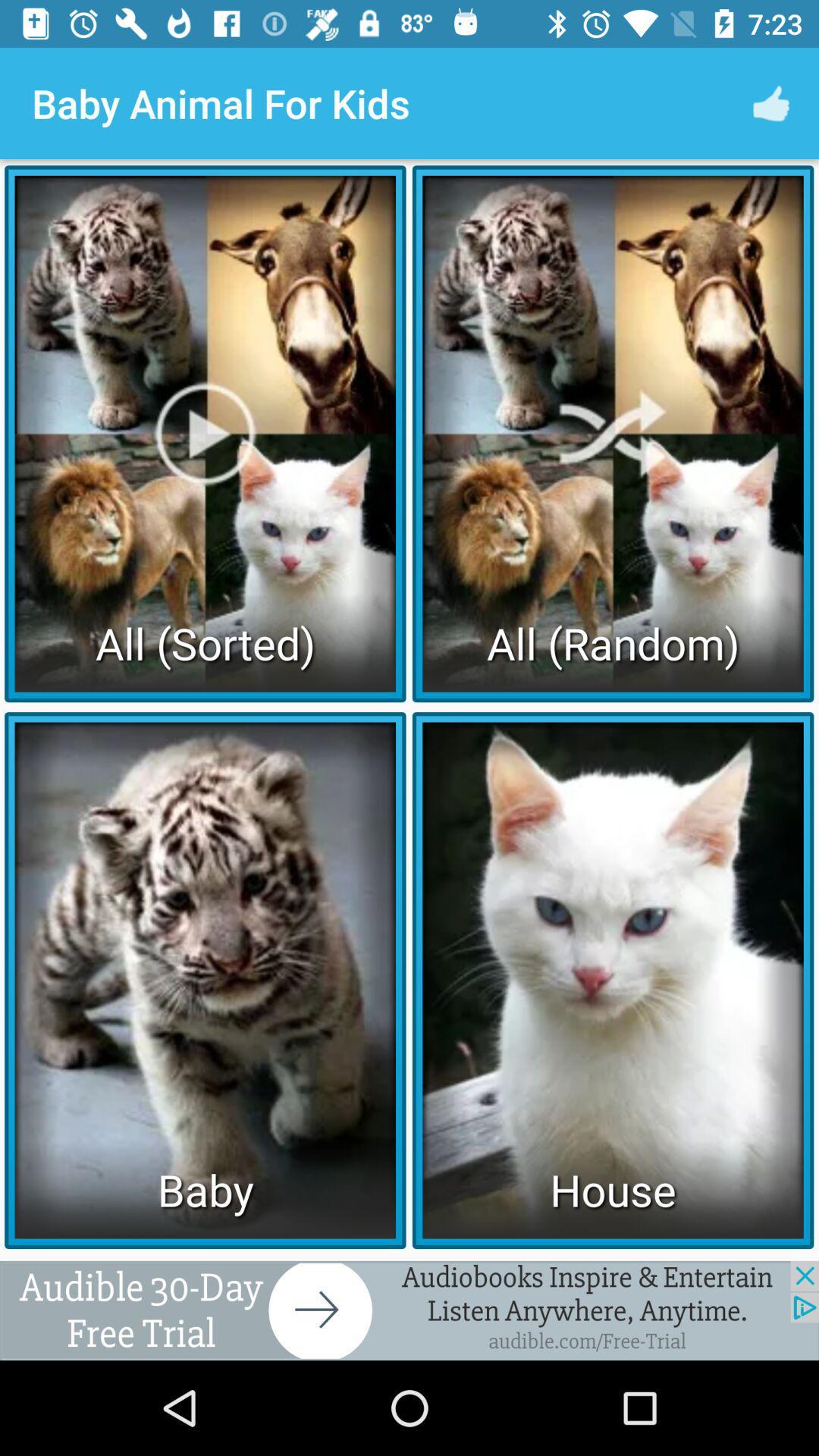 The width and height of the screenshot is (819, 1456). Describe the element at coordinates (409, 1310) in the screenshot. I see `next` at that location.